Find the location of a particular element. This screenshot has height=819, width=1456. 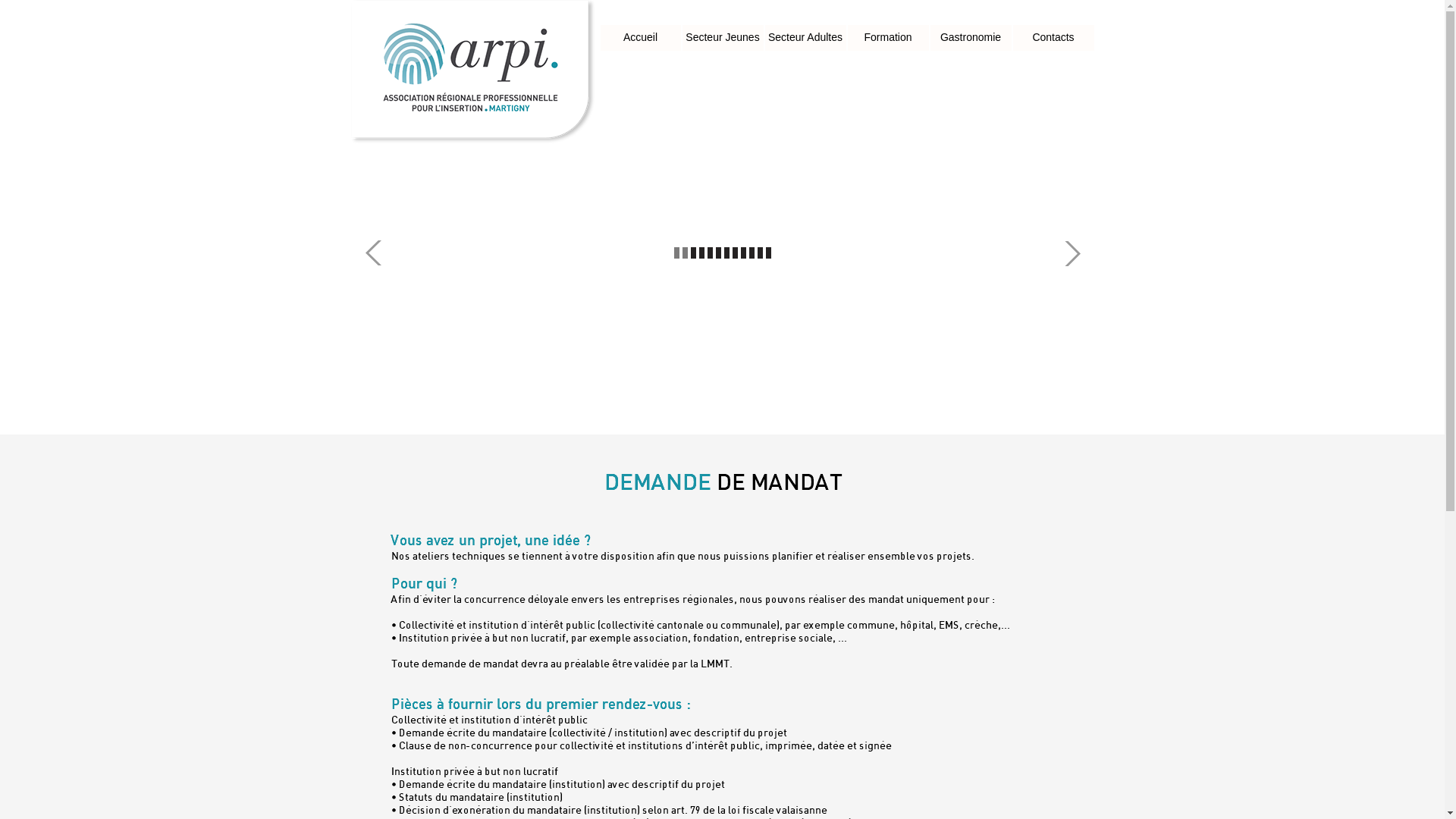

'Gastronomie' is located at coordinates (969, 37).